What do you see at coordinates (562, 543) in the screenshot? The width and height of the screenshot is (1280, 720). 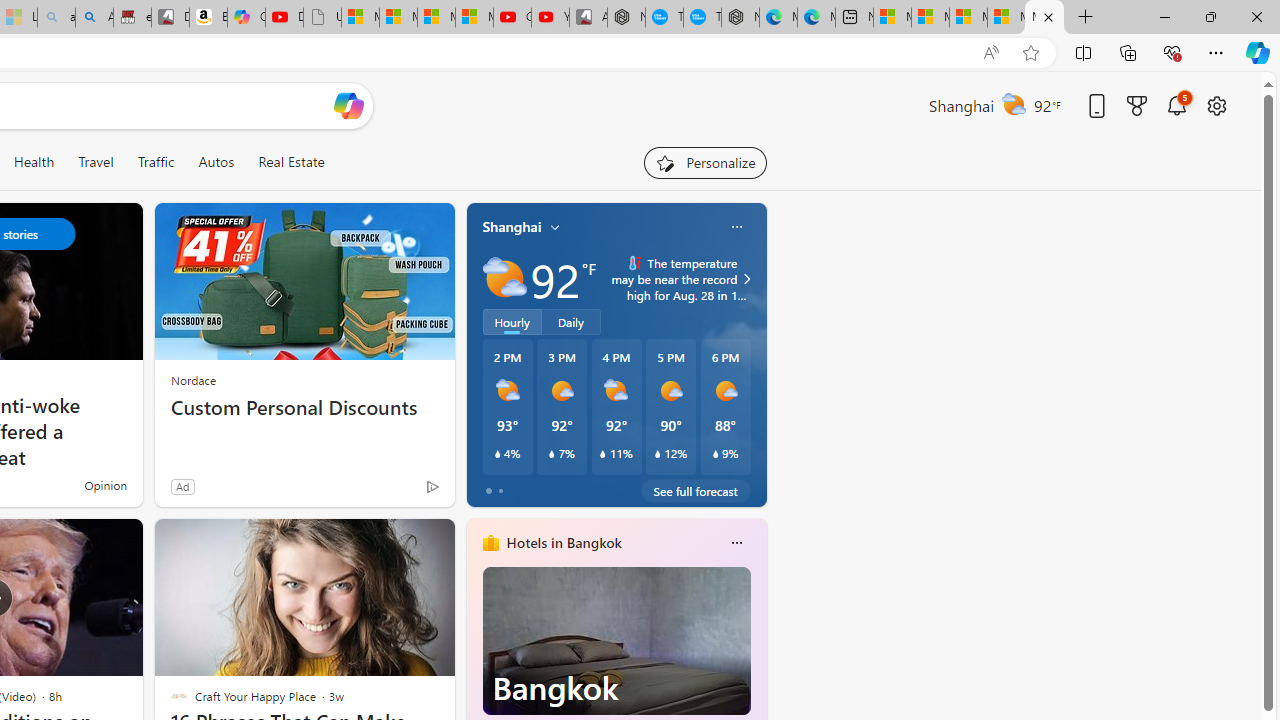 I see `'Hotels in Bangkok'` at bounding box center [562, 543].